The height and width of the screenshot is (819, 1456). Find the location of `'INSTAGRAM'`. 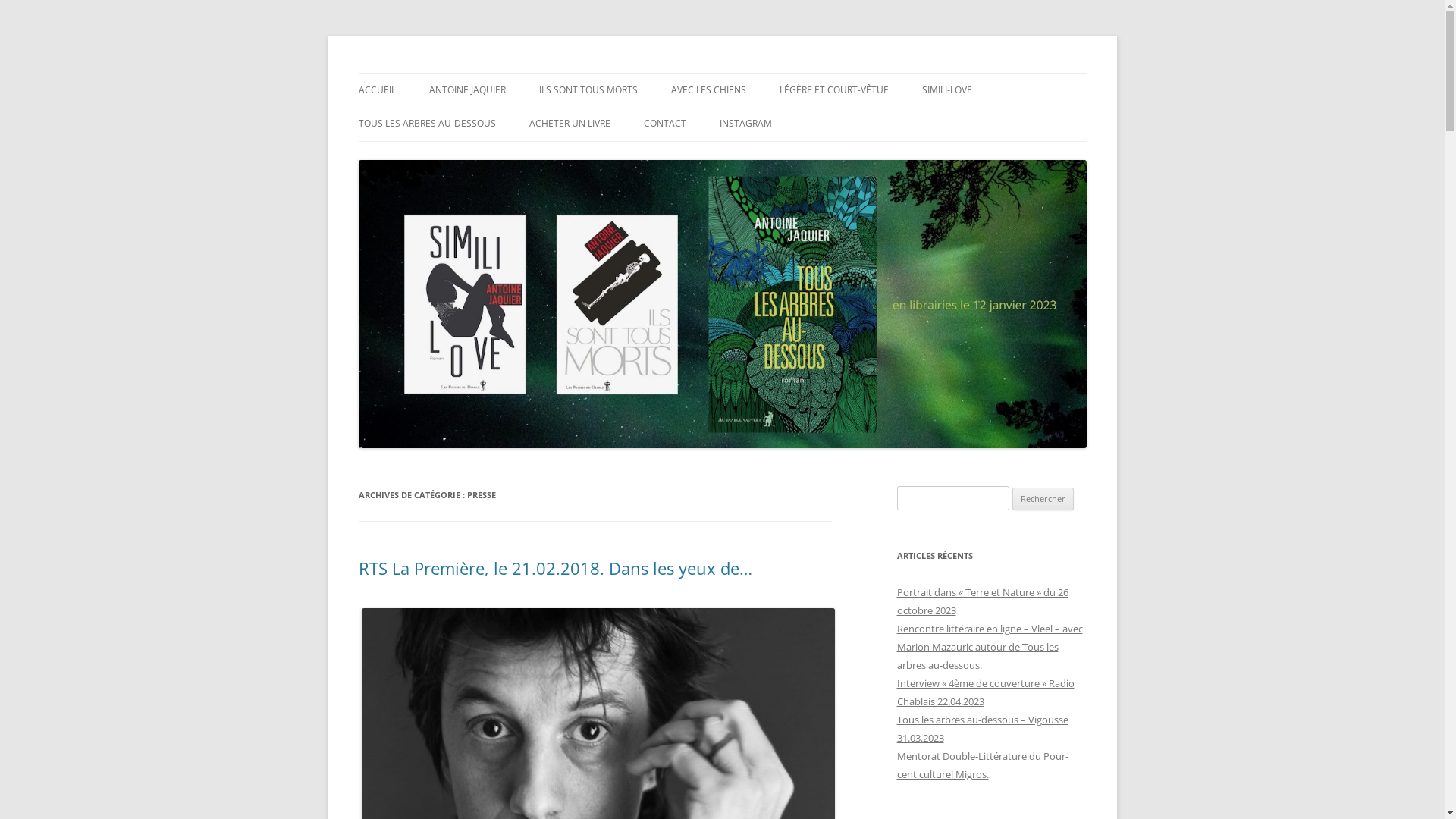

'INSTAGRAM' is located at coordinates (718, 122).